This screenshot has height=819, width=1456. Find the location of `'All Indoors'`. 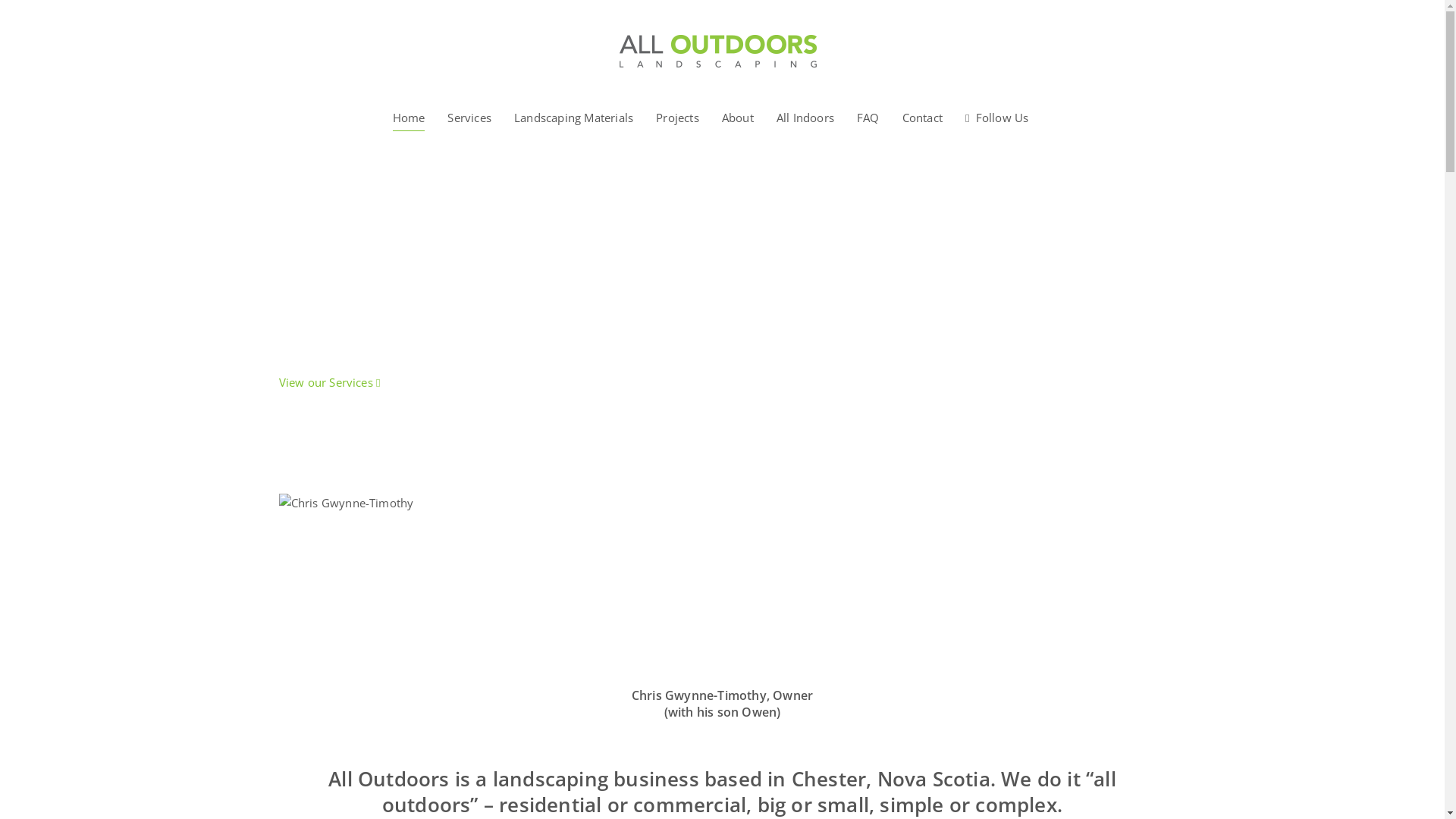

'All Indoors' is located at coordinates (804, 116).